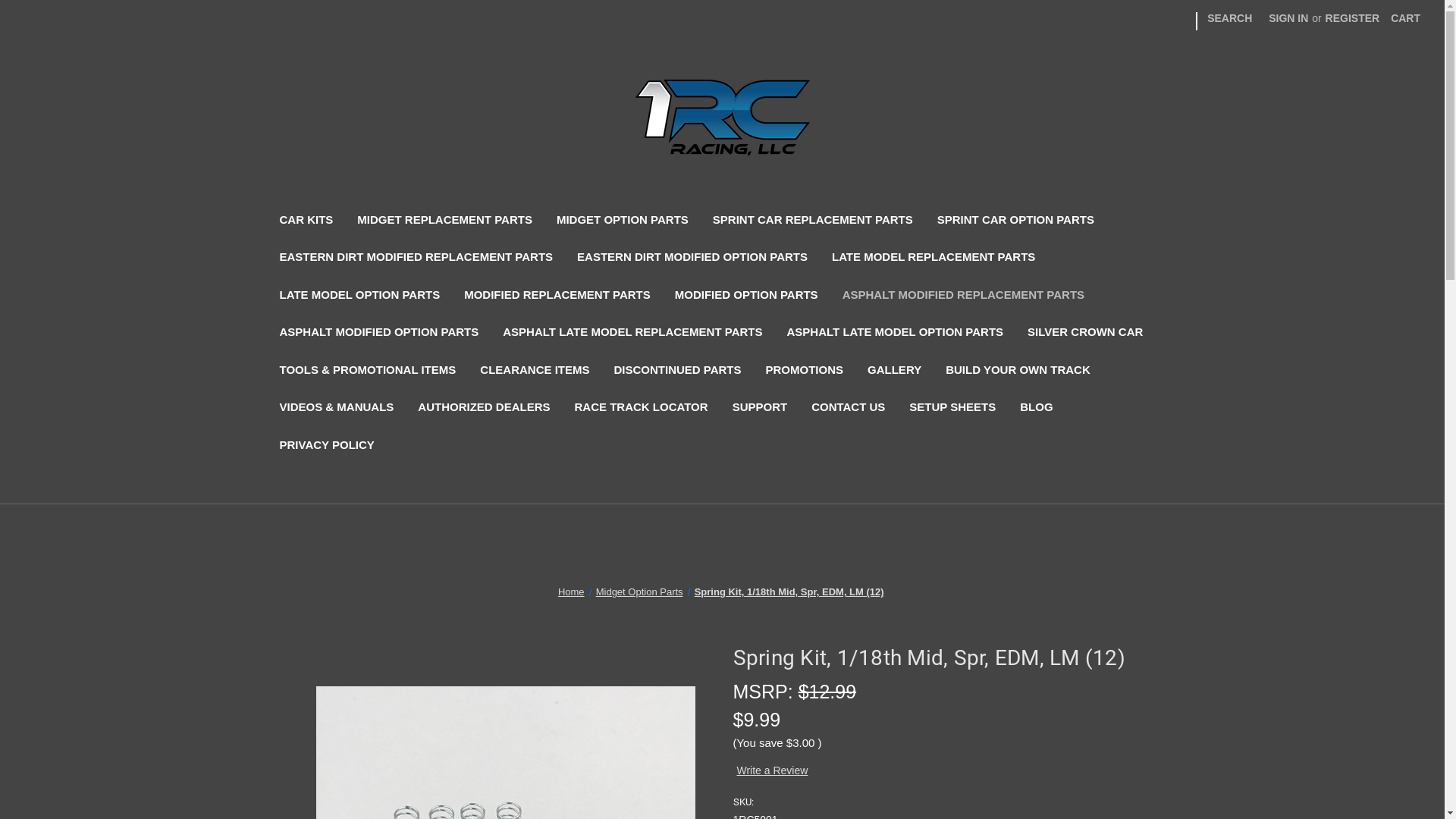 This screenshot has height=819, width=1456. What do you see at coordinates (325, 446) in the screenshot?
I see `'PRIVACY POLICY'` at bounding box center [325, 446].